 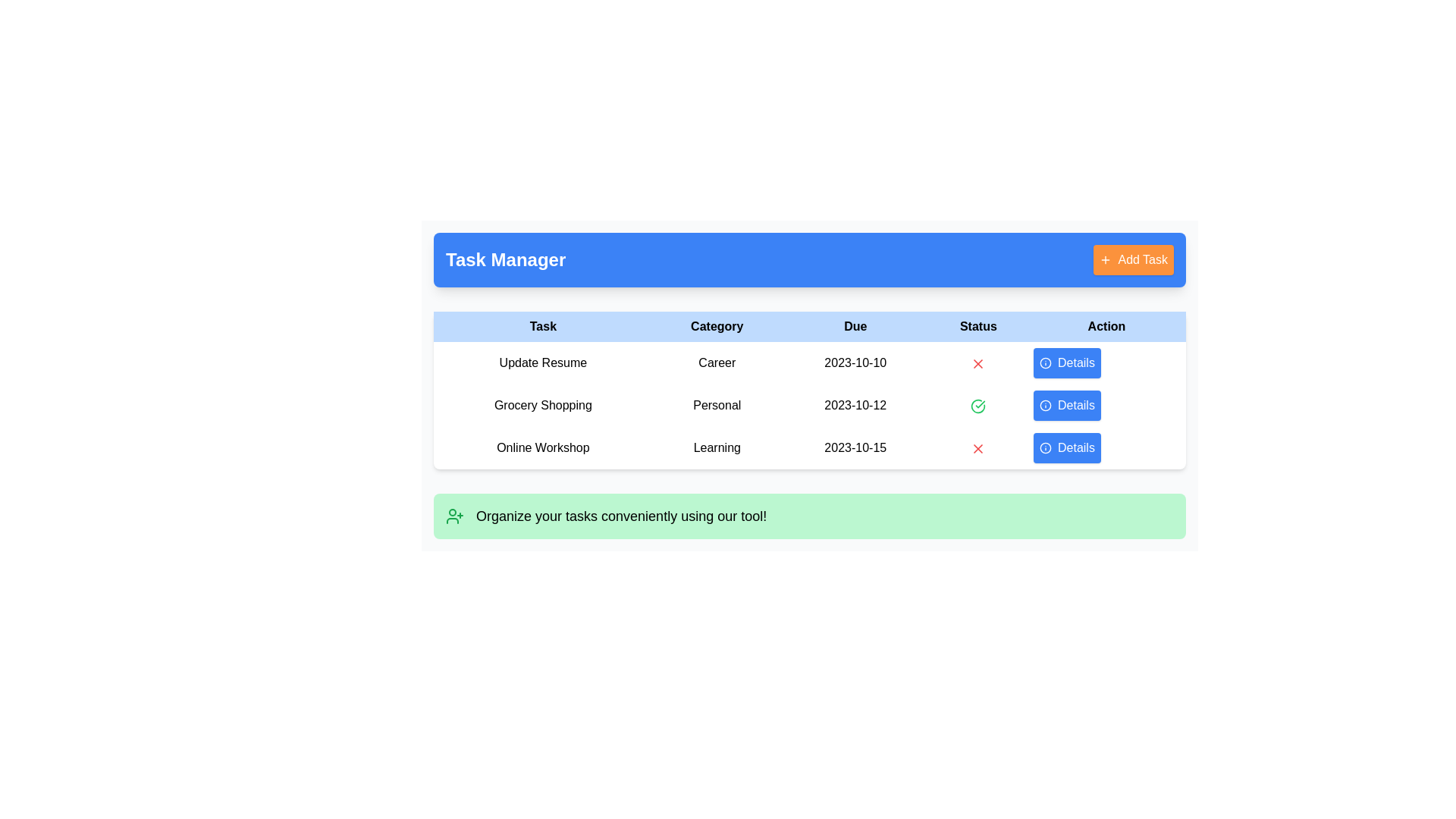 I want to click on the SVG circle graphic component located in the top-right section of the interface, adjacent to the task adding control, so click(x=1044, y=362).